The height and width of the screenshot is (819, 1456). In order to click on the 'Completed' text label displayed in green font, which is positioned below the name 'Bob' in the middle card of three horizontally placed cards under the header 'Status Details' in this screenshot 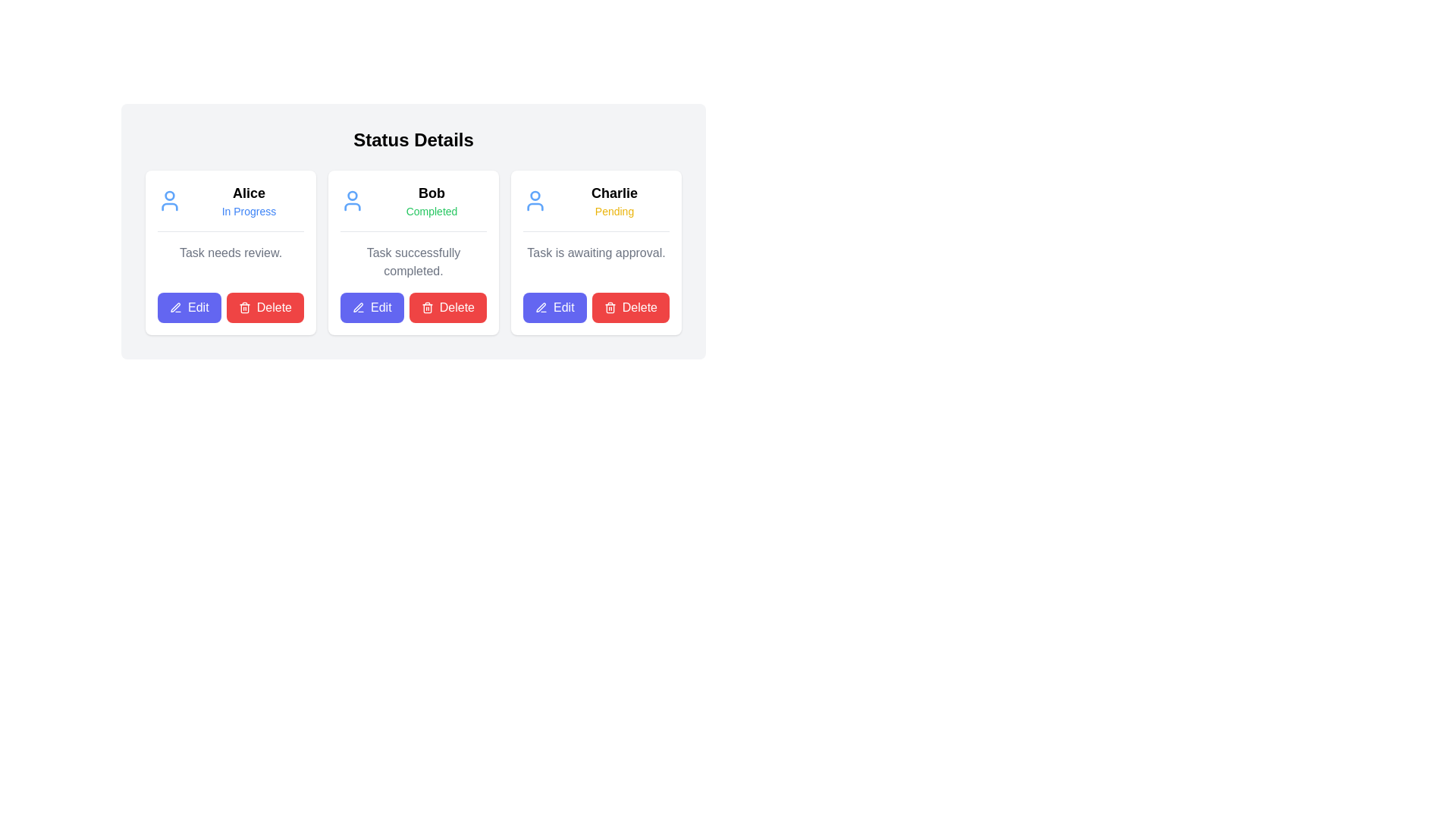, I will do `click(431, 211)`.